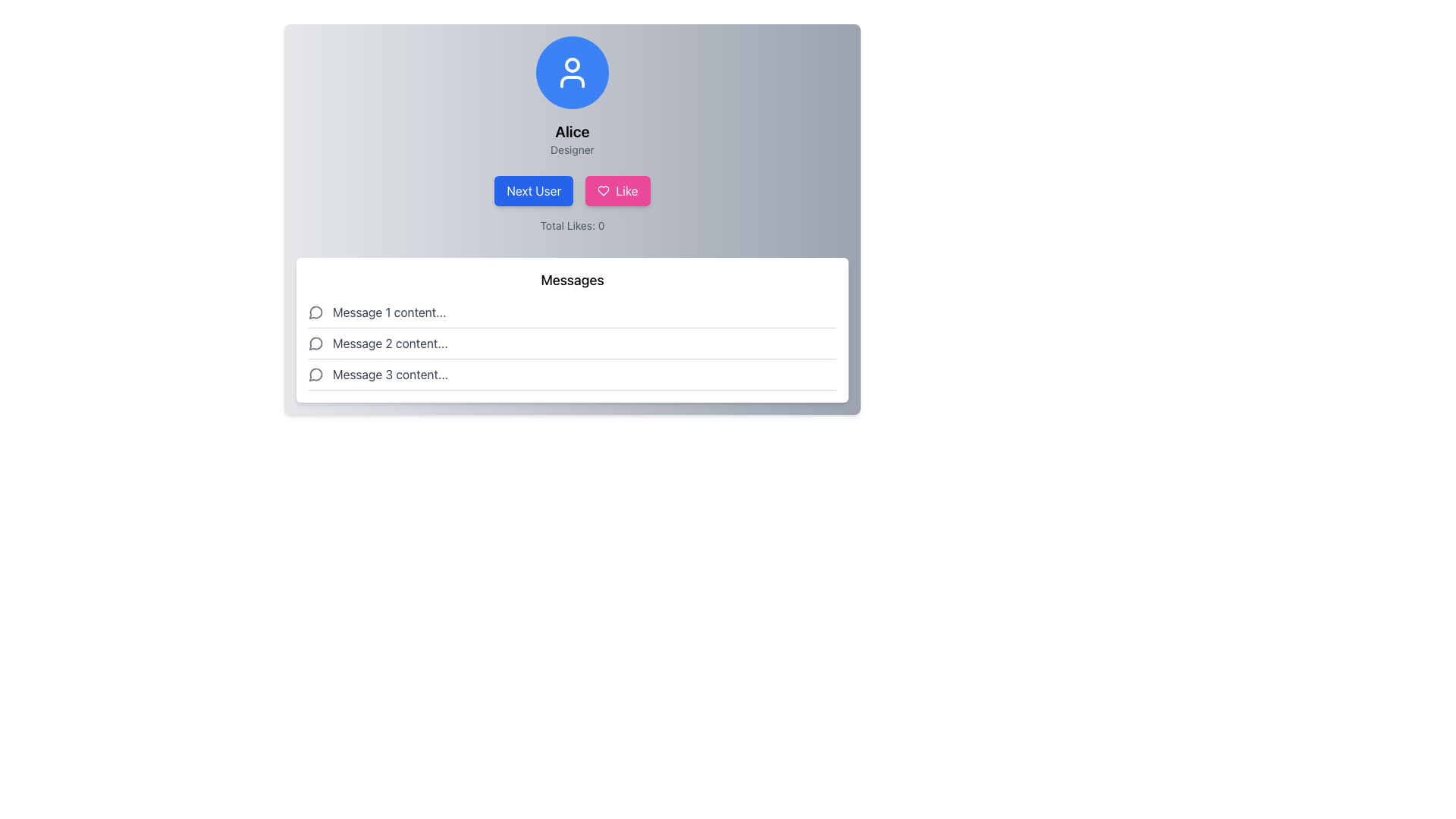  Describe the element at coordinates (603, 190) in the screenshot. I see `the decorative 'Like' icon, which is located at the center of the 'Like' button positioned below the user's profile card, next to the 'Next User' button` at that location.